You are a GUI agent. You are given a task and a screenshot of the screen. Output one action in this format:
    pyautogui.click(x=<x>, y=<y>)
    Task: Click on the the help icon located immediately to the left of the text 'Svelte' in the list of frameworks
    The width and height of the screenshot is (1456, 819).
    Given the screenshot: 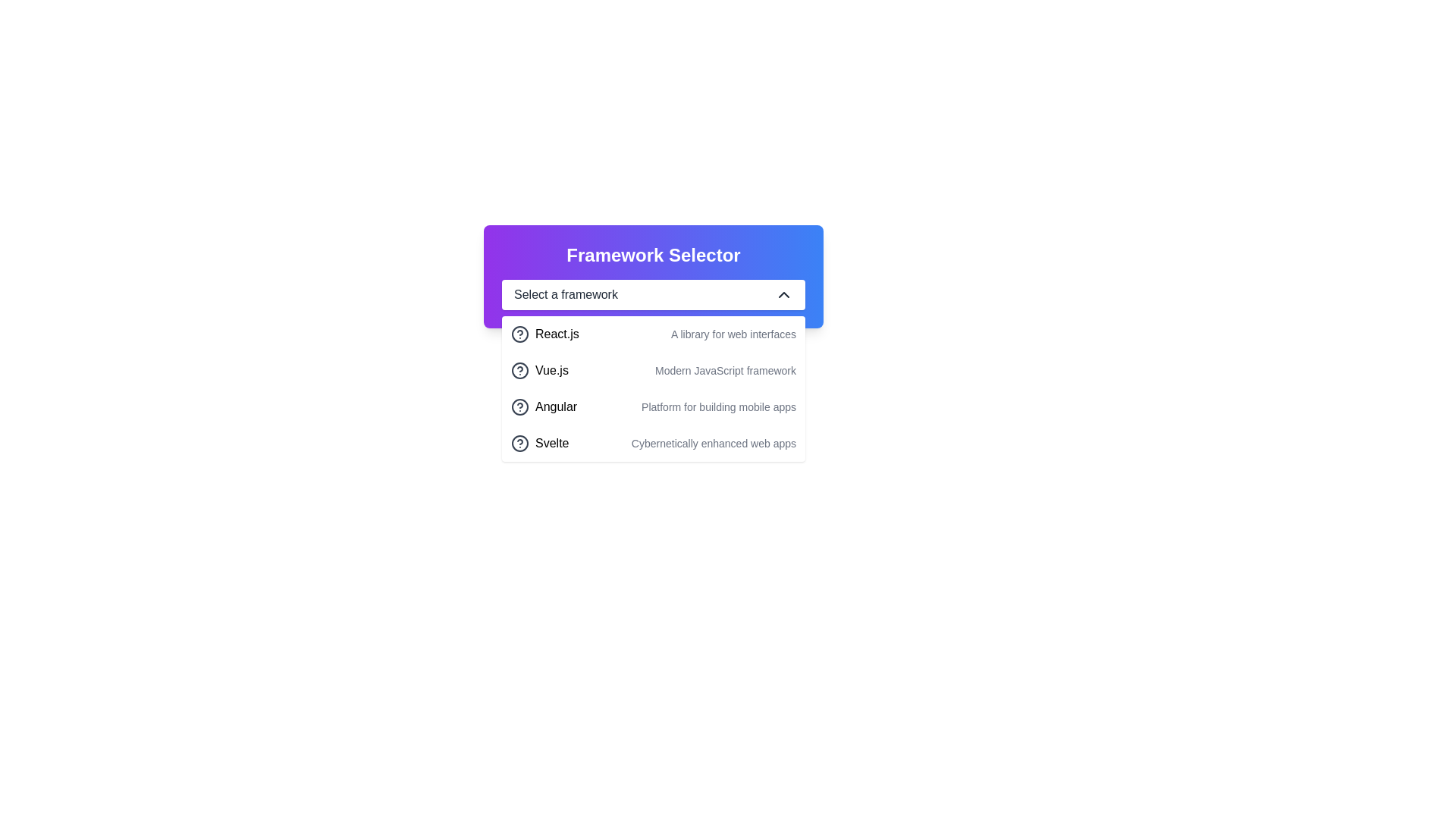 What is the action you would take?
    pyautogui.click(x=520, y=444)
    